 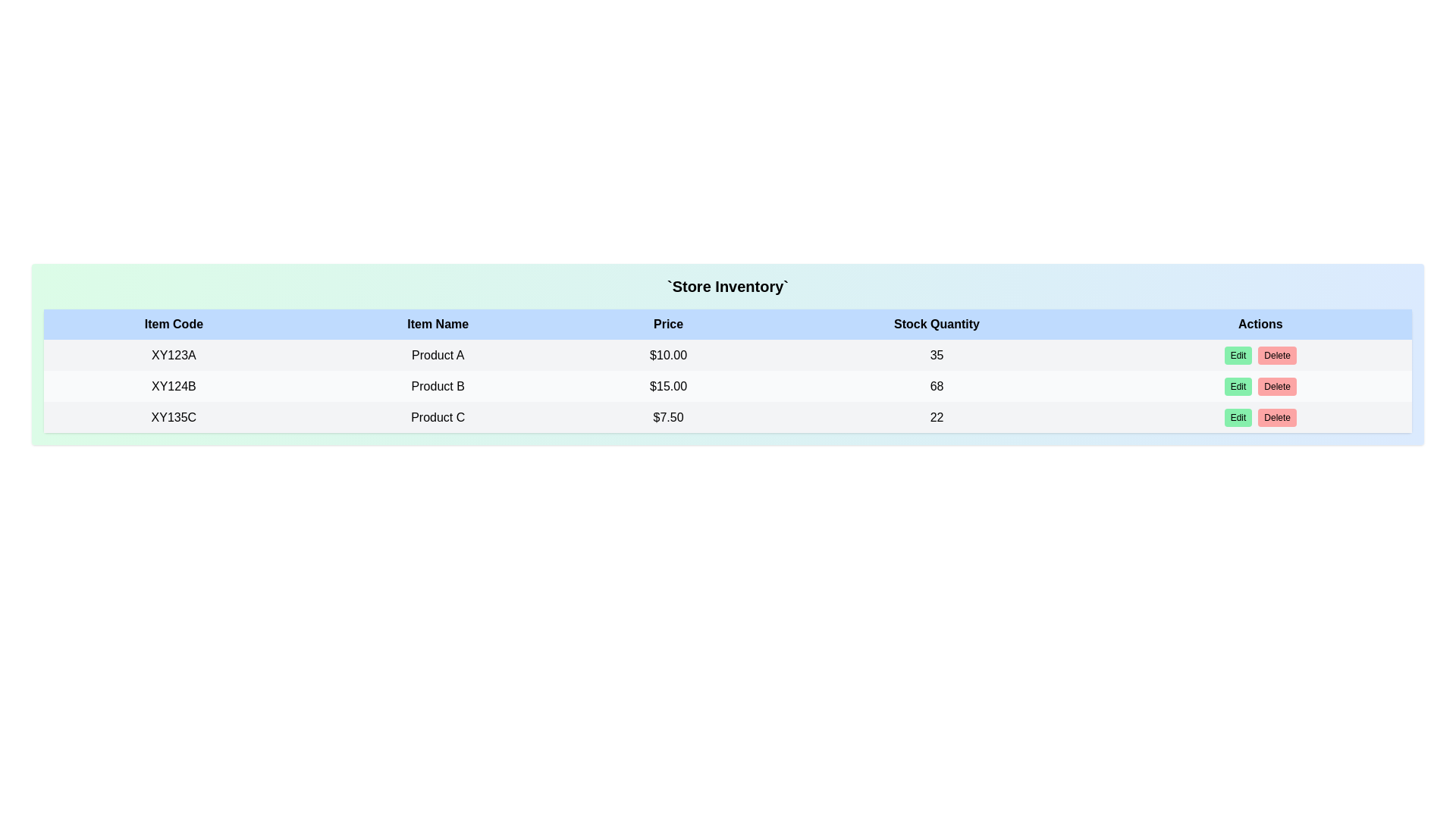 I want to click on price text '$10.00' displayed in bold, sans-serif font in the 'Price' column of the 'Store Inventory' table, so click(x=667, y=355).